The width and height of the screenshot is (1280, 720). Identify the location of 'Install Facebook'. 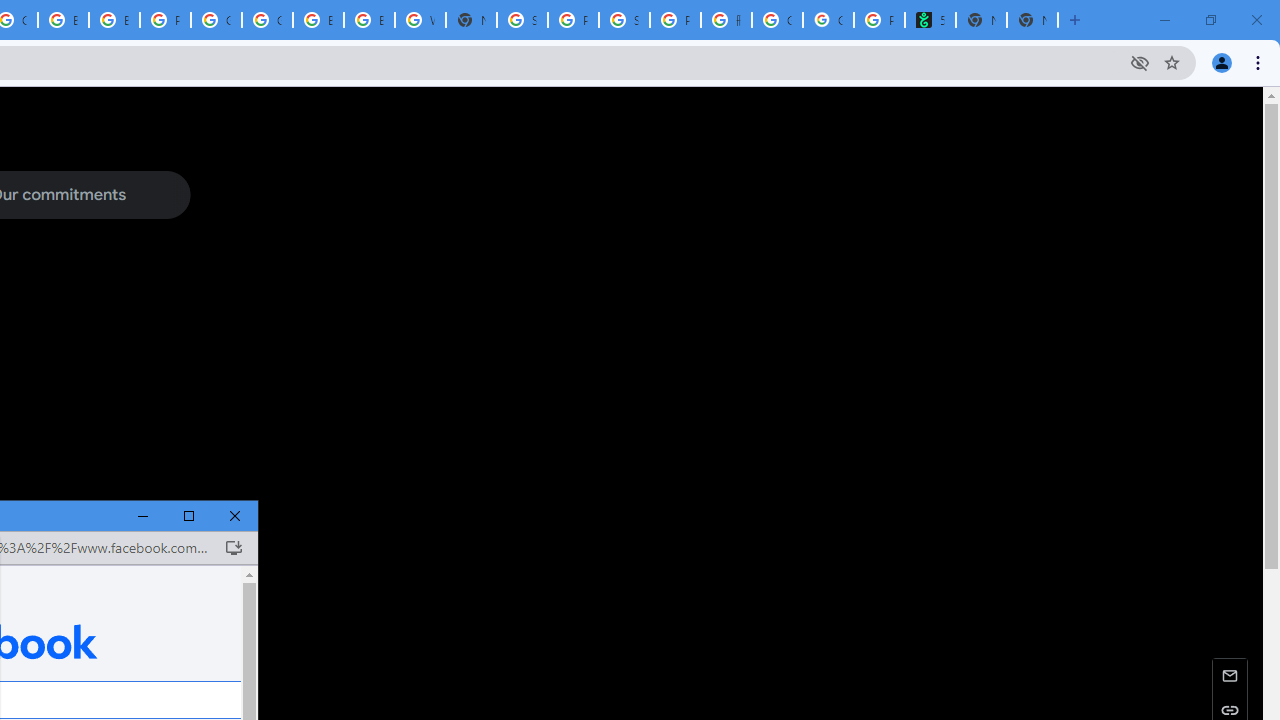
(233, 547).